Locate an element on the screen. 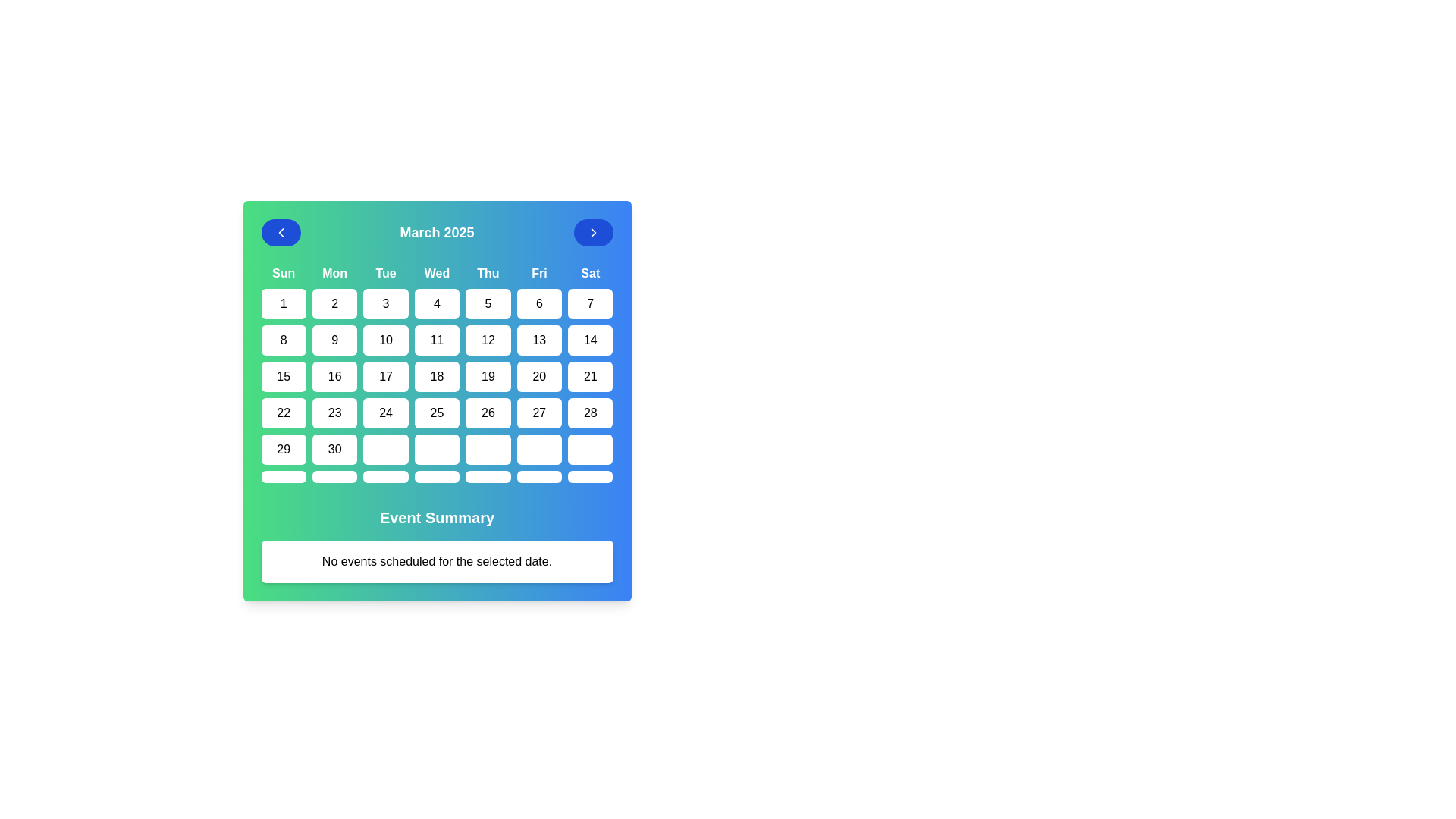 The image size is (1456, 819). the rounded rectangular button displaying the number '14' located under the 'Sat' column header is located at coordinates (589, 339).